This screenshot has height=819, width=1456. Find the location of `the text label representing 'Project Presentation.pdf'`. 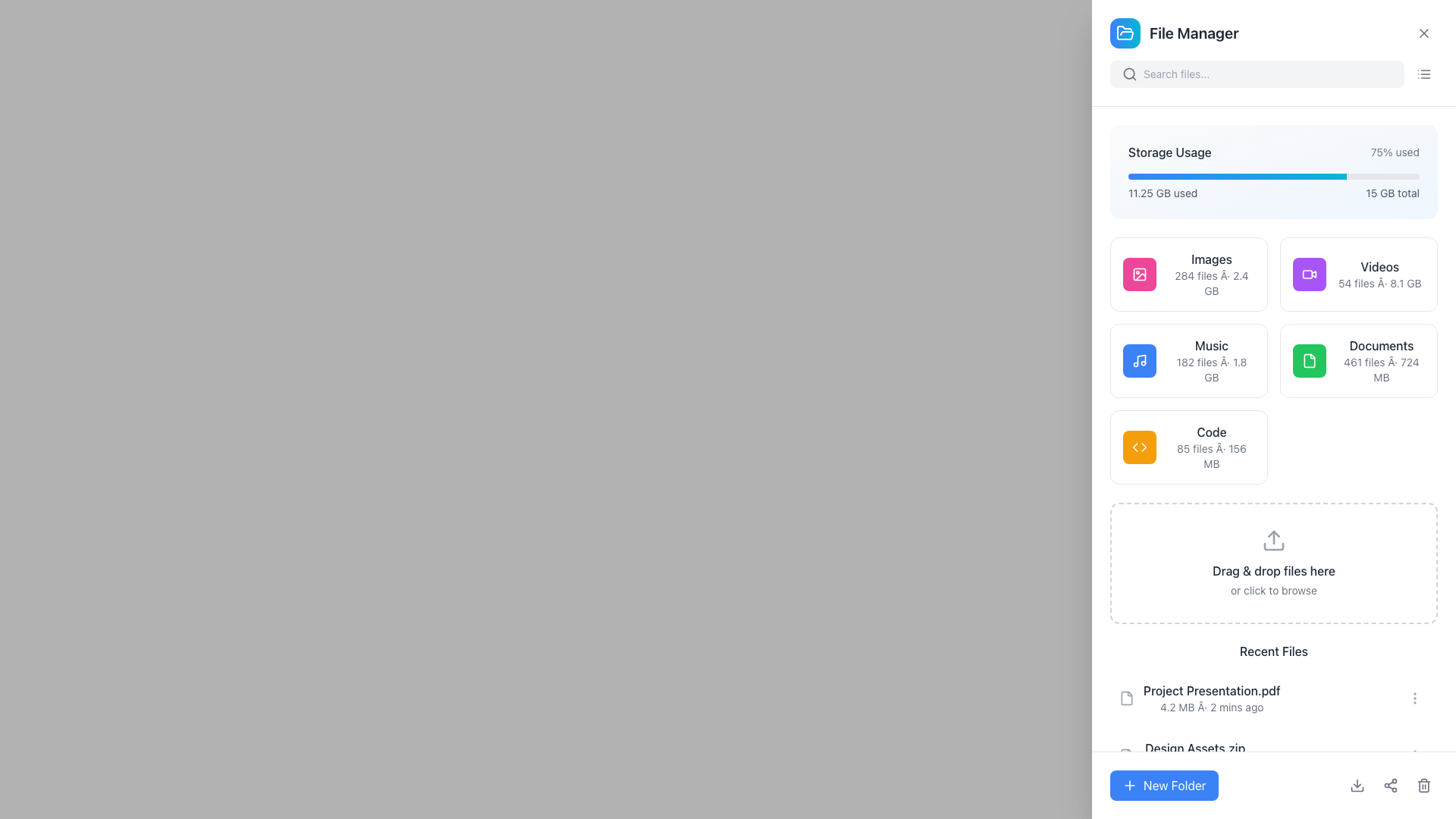

the text label representing 'Project Presentation.pdf' is located at coordinates (1211, 690).